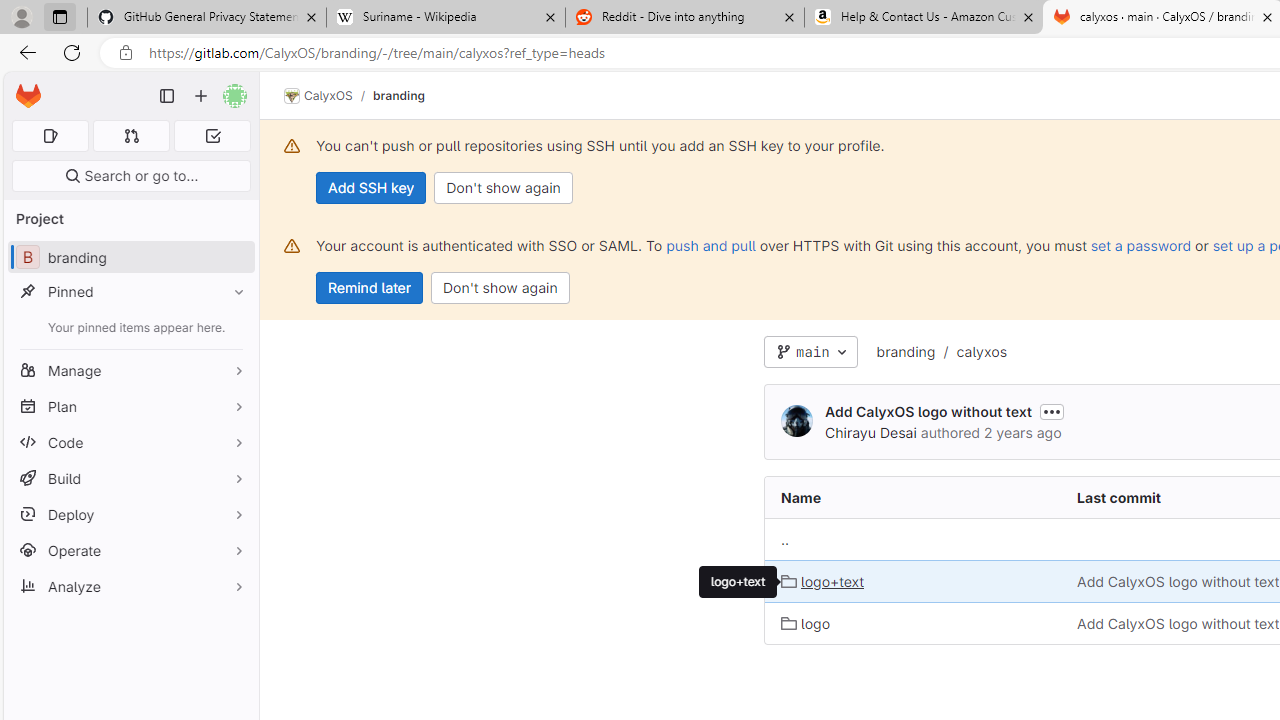  Describe the element at coordinates (130, 256) in the screenshot. I see `'B branding'` at that location.